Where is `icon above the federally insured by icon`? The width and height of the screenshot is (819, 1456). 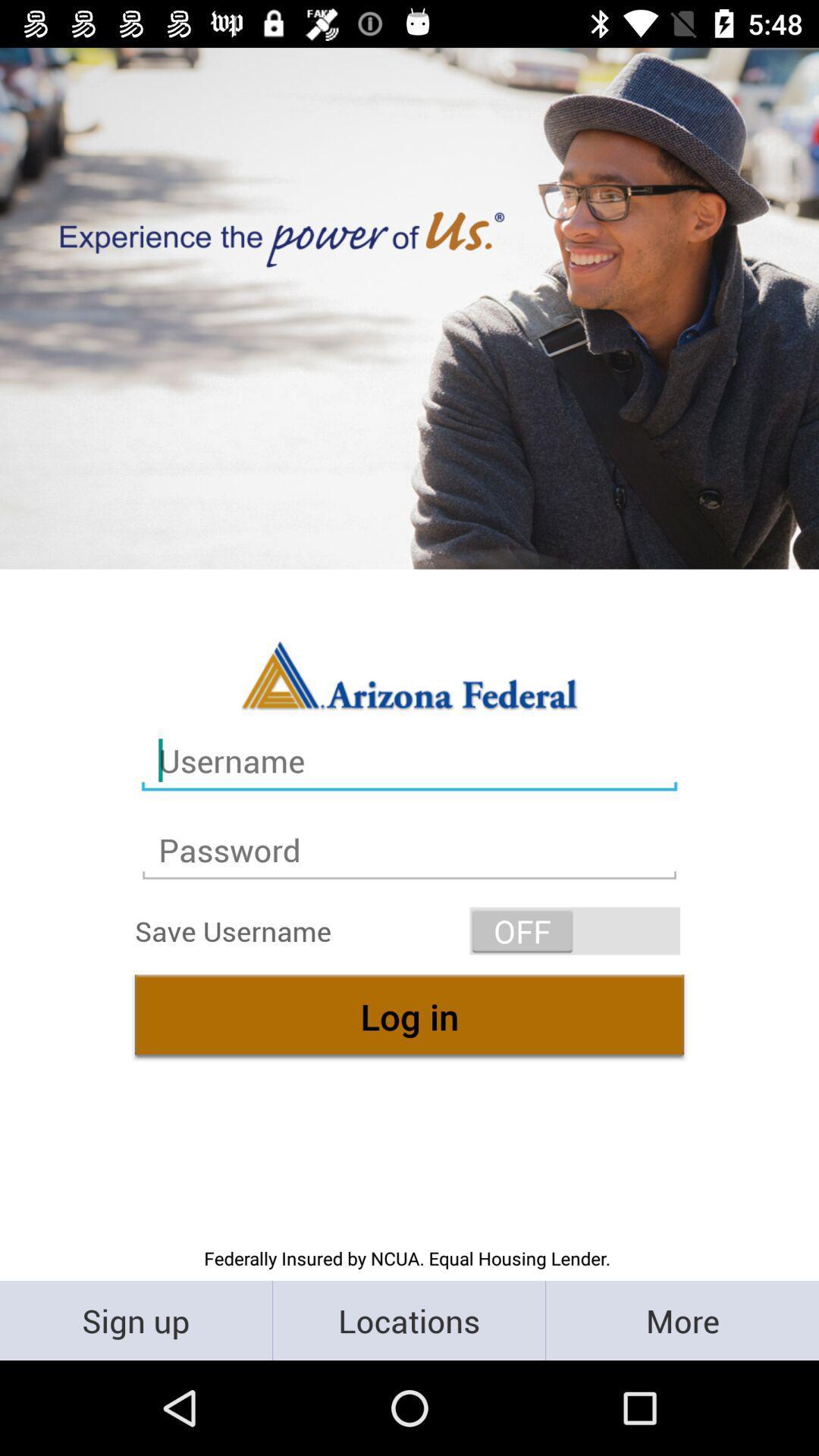
icon above the federally insured by icon is located at coordinates (409, 1016).